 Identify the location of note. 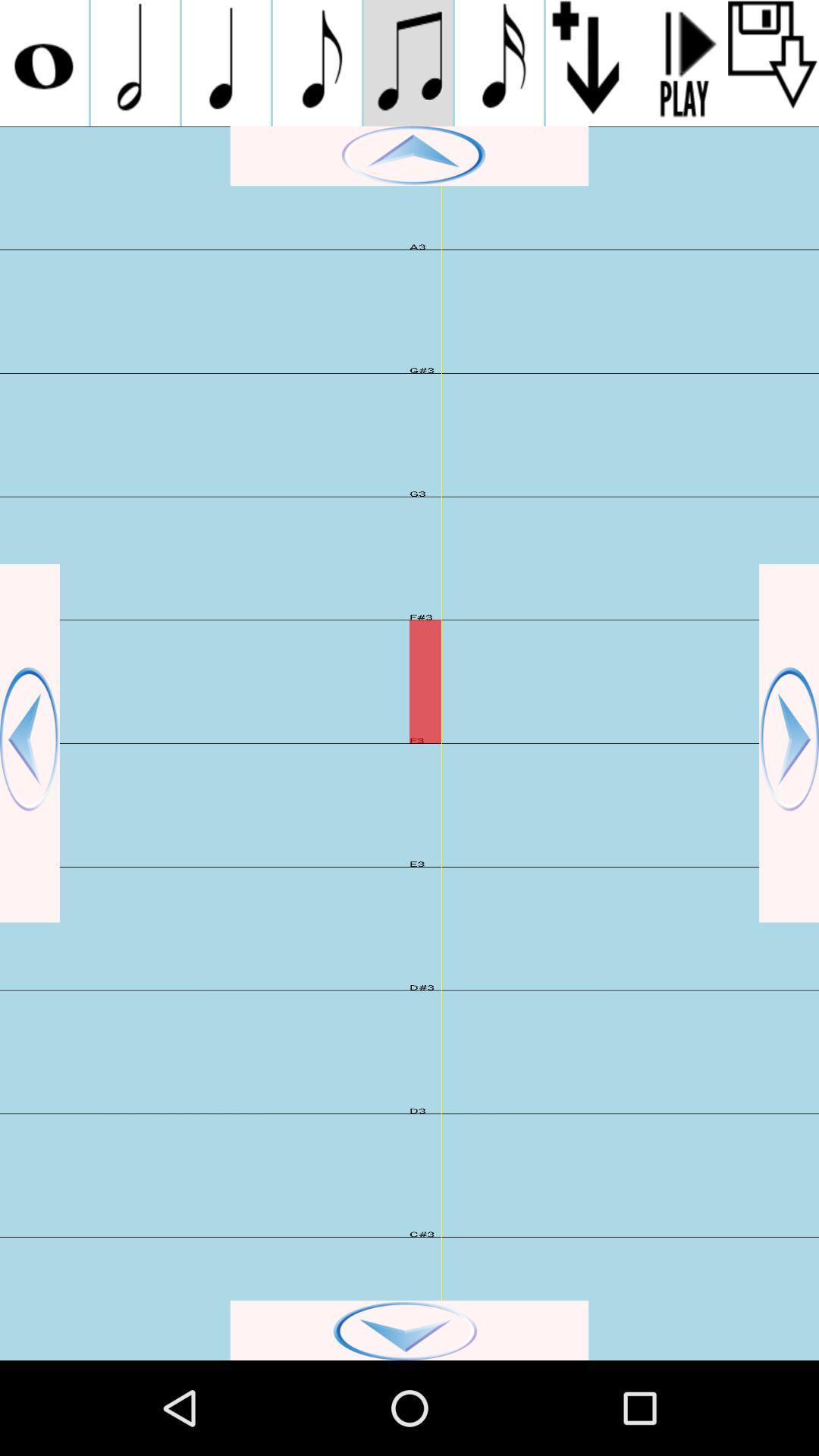
(499, 62).